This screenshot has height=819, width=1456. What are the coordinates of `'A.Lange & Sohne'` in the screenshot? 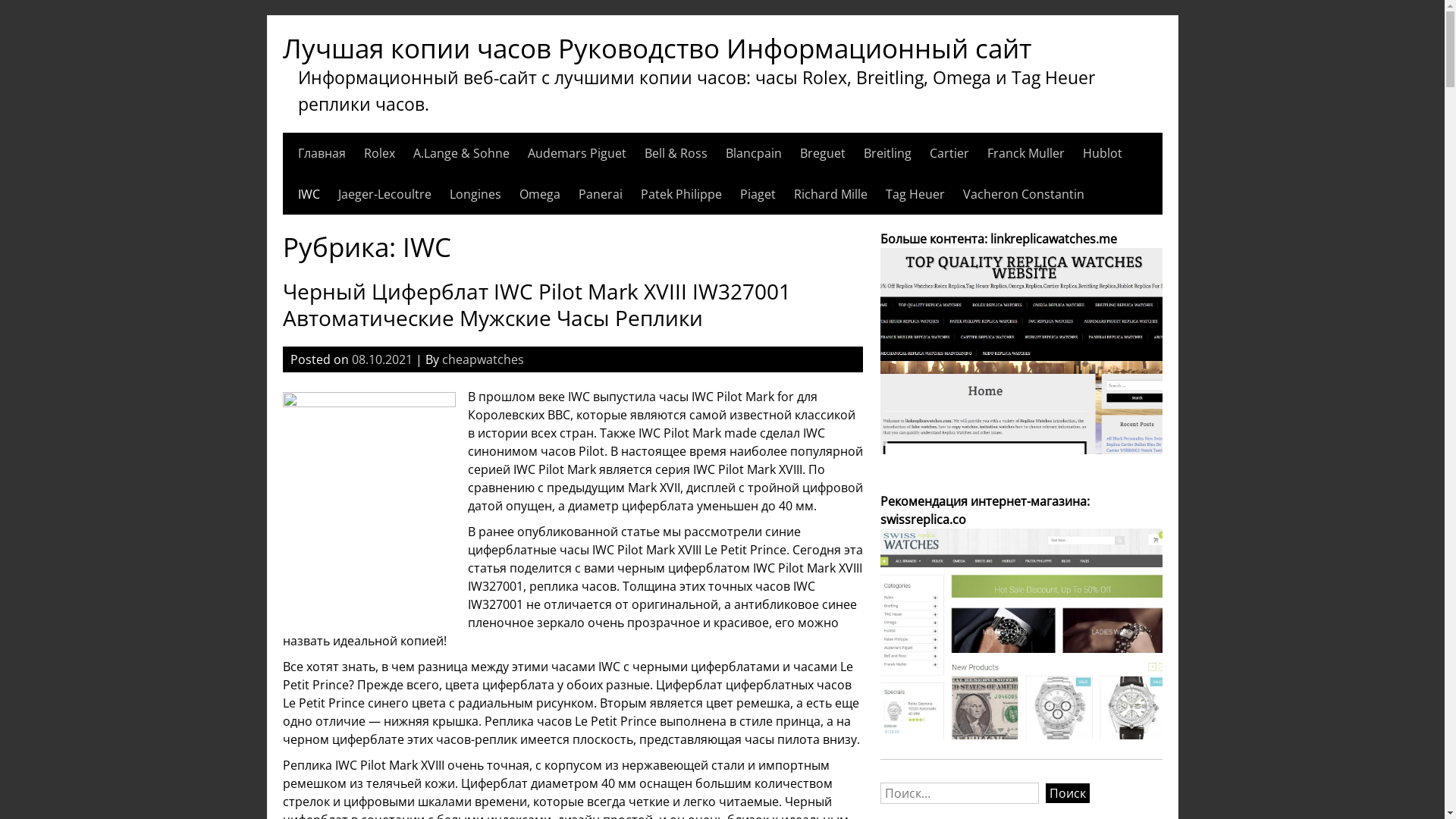 It's located at (460, 152).